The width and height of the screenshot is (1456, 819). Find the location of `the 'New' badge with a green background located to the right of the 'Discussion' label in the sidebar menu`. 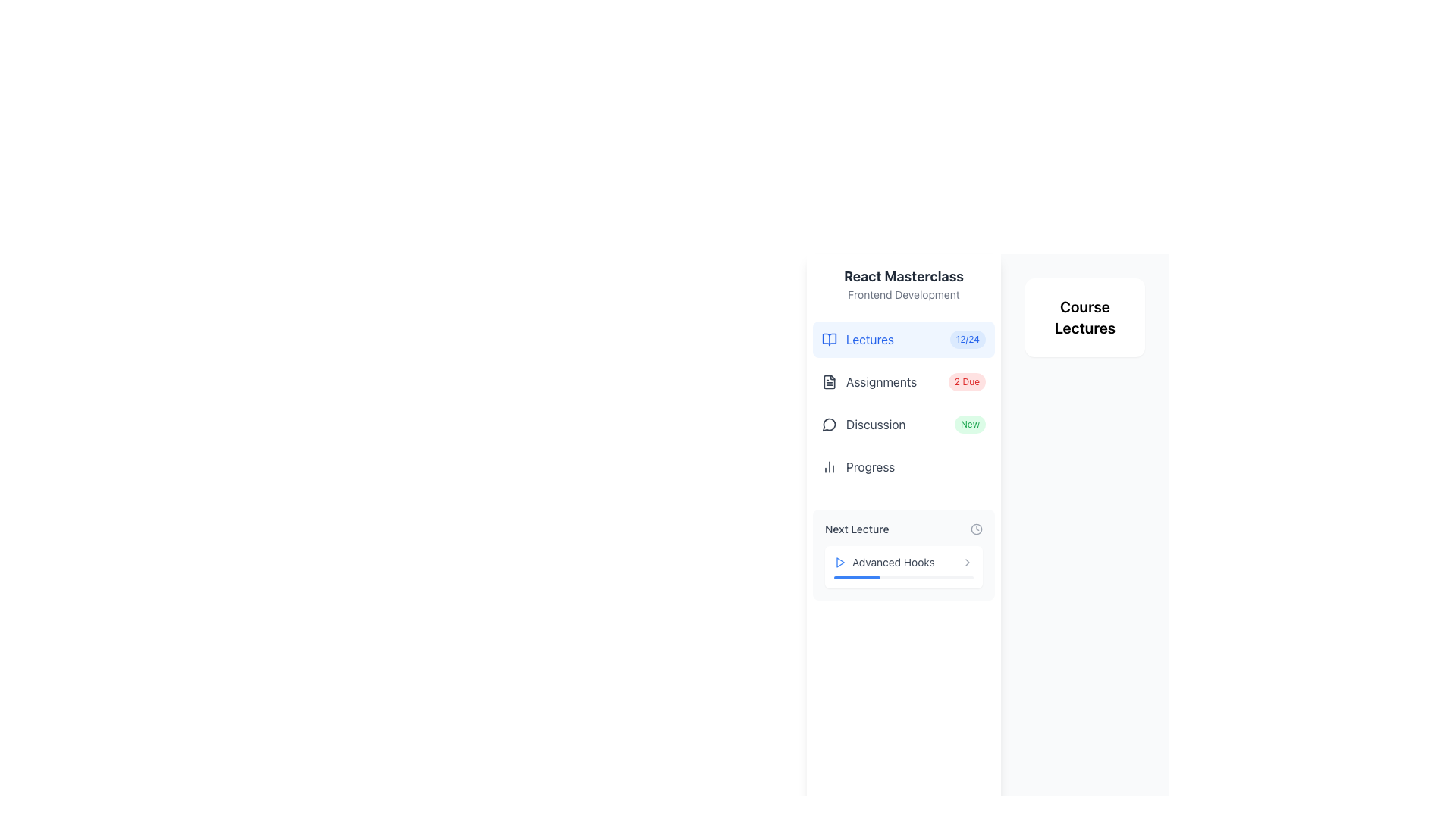

the 'New' badge with a green background located to the right of the 'Discussion' label in the sidebar menu is located at coordinates (969, 424).